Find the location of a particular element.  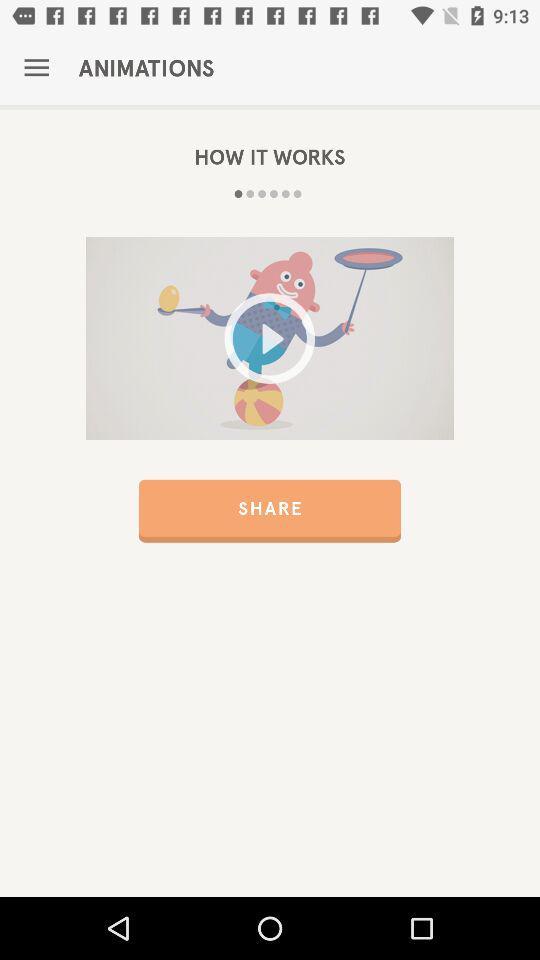

click play button is located at coordinates (270, 338).